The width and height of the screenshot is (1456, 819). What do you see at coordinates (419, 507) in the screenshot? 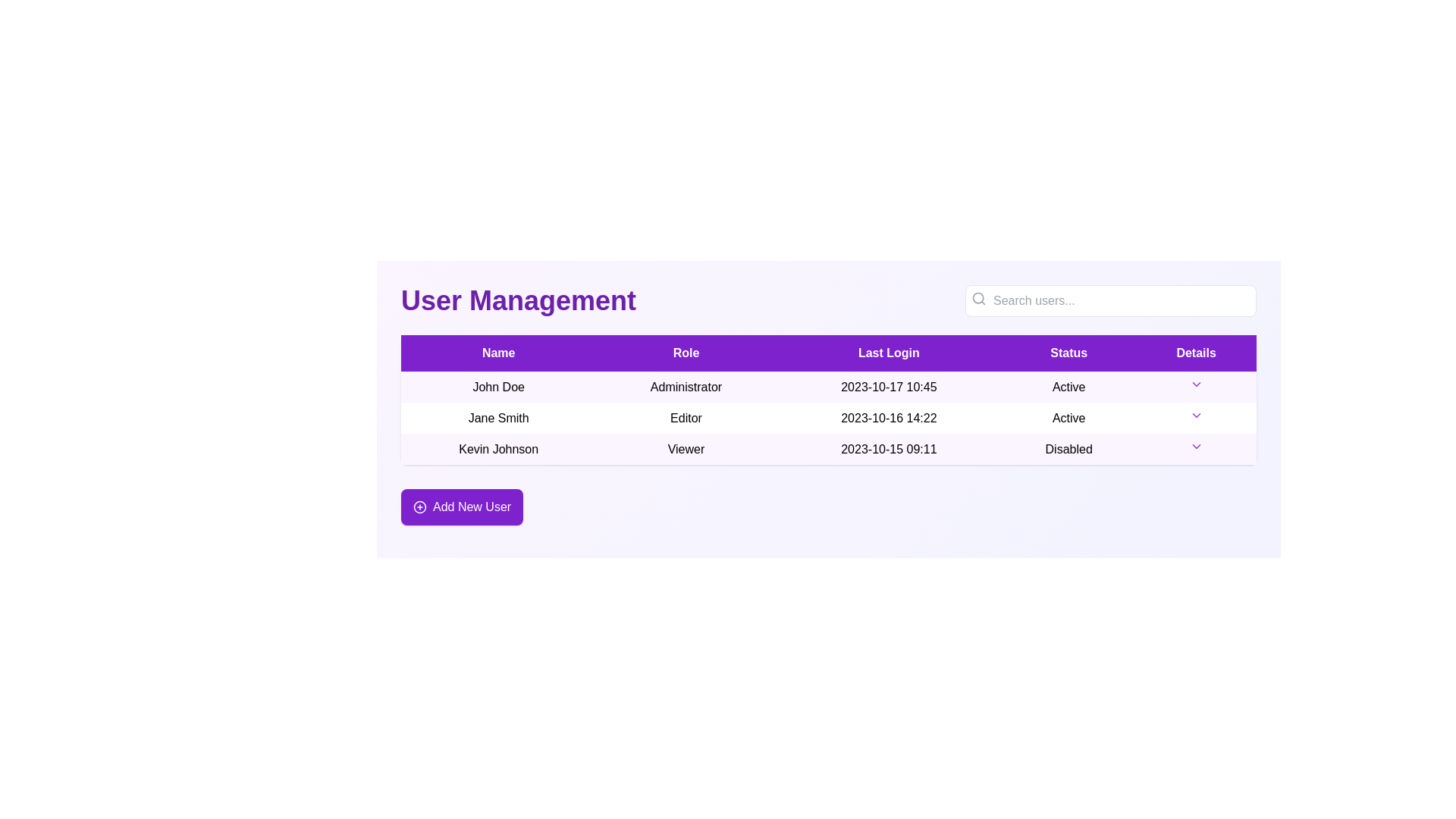
I see `the visual representation of the addition icon located to the left of the 'Add New User' button at the bottom left of the user management interface` at bounding box center [419, 507].